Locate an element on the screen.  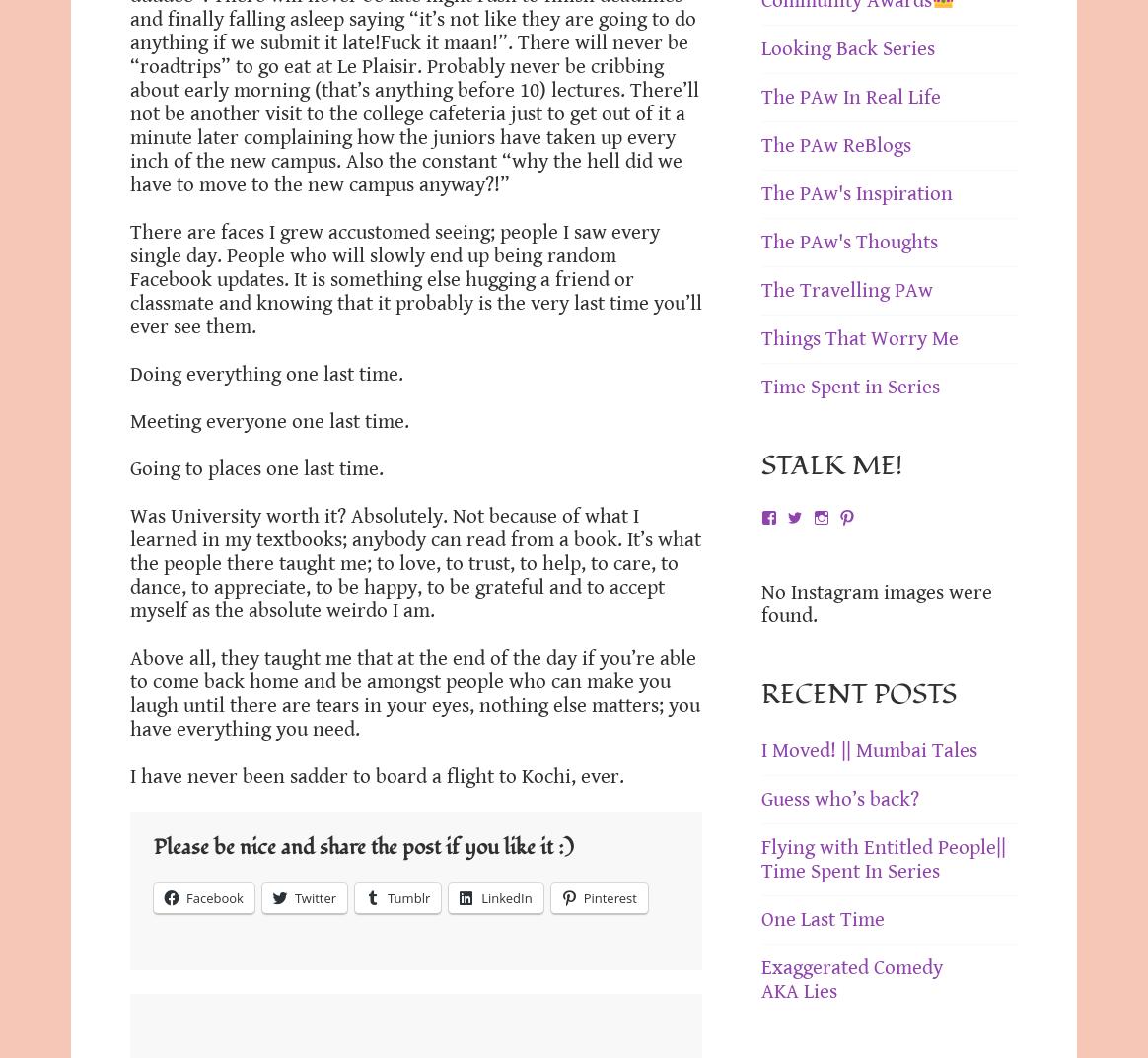
'I Moved! || Mumbai Tales' is located at coordinates (869, 748).